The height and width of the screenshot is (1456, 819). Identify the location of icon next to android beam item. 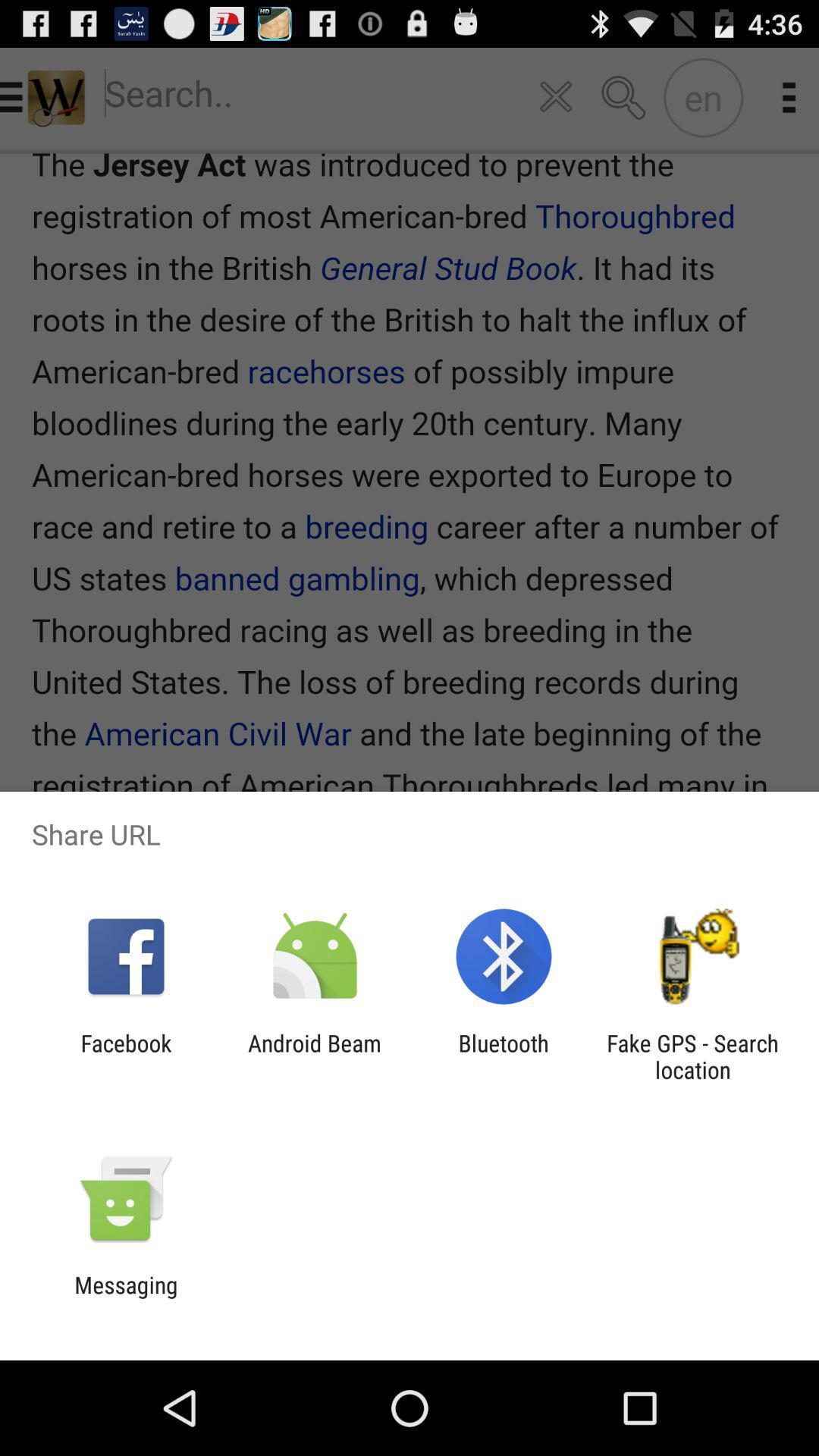
(125, 1056).